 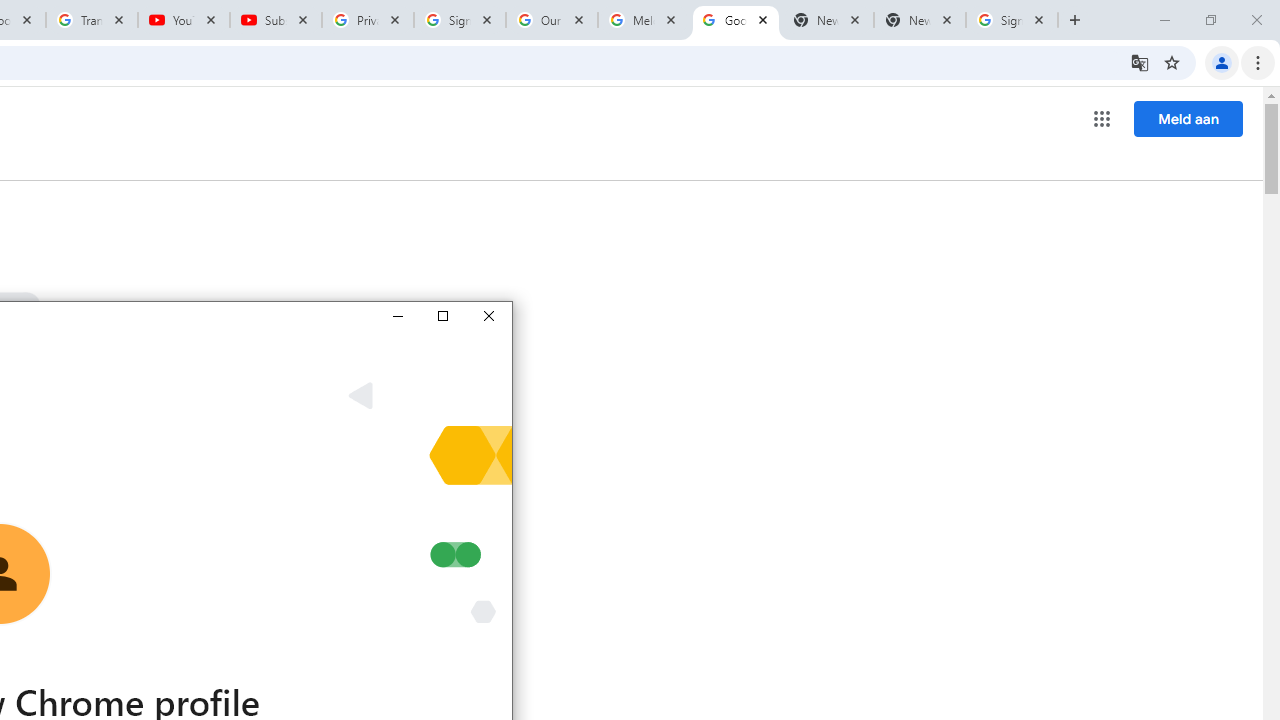 What do you see at coordinates (919, 20) in the screenshot?
I see `'New Tab'` at bounding box center [919, 20].